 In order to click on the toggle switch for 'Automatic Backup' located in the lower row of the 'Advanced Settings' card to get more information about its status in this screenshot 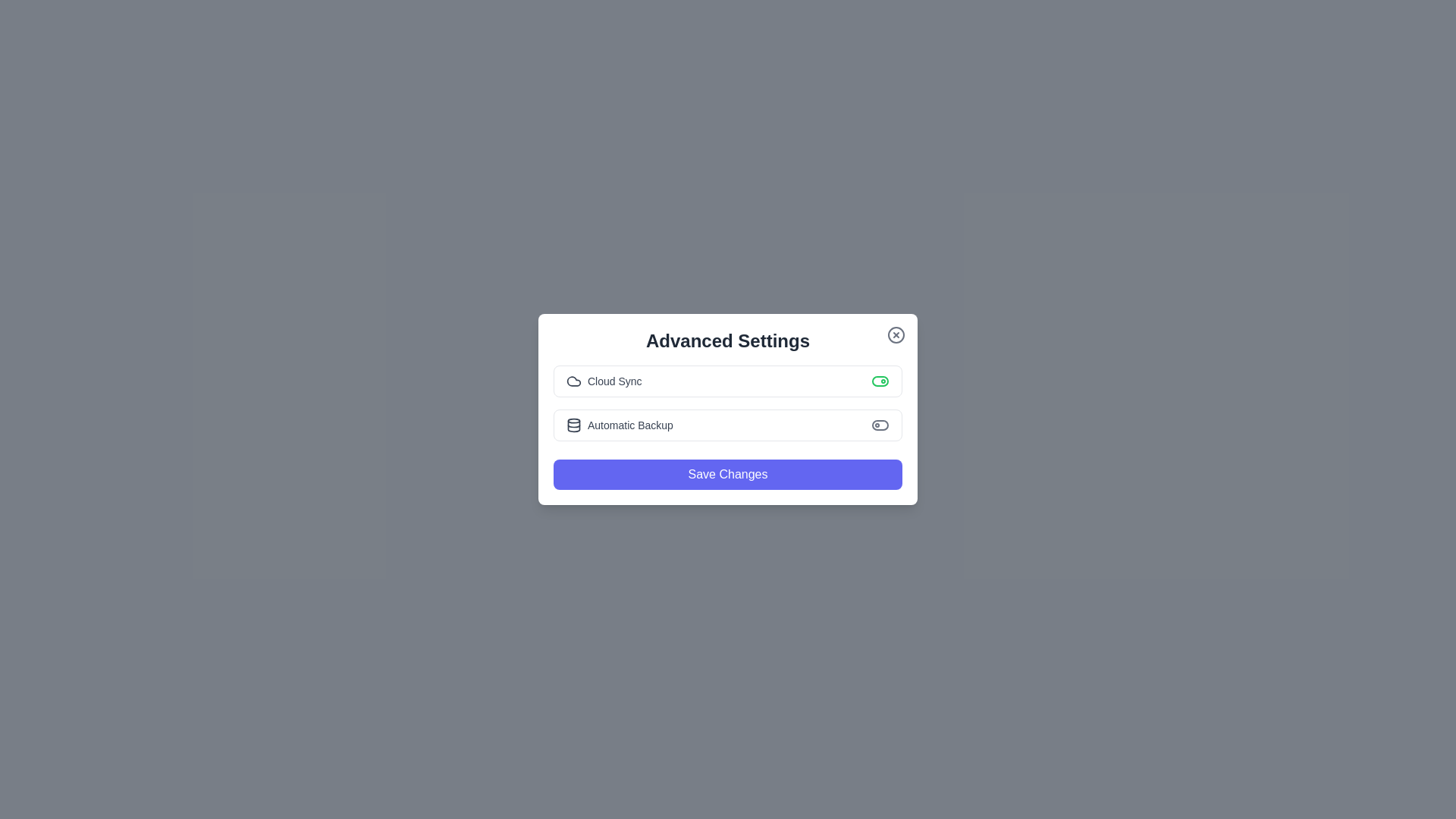, I will do `click(880, 425)`.